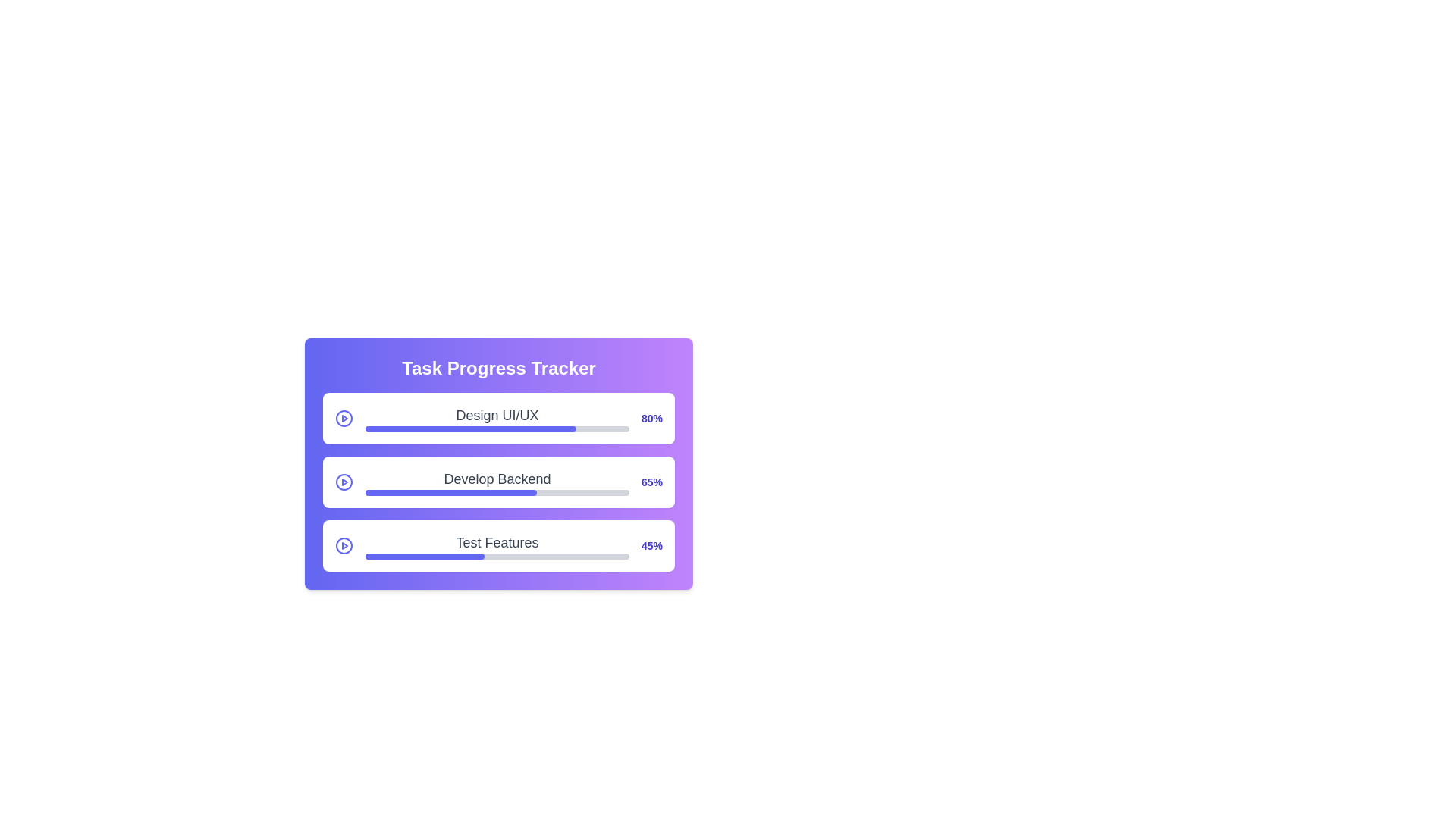 The height and width of the screenshot is (819, 1456). I want to click on text content of the Text Label indicating the task 'Design UI/UX', which is positioned at the top center of its progress card, above the progress bar, so click(497, 418).